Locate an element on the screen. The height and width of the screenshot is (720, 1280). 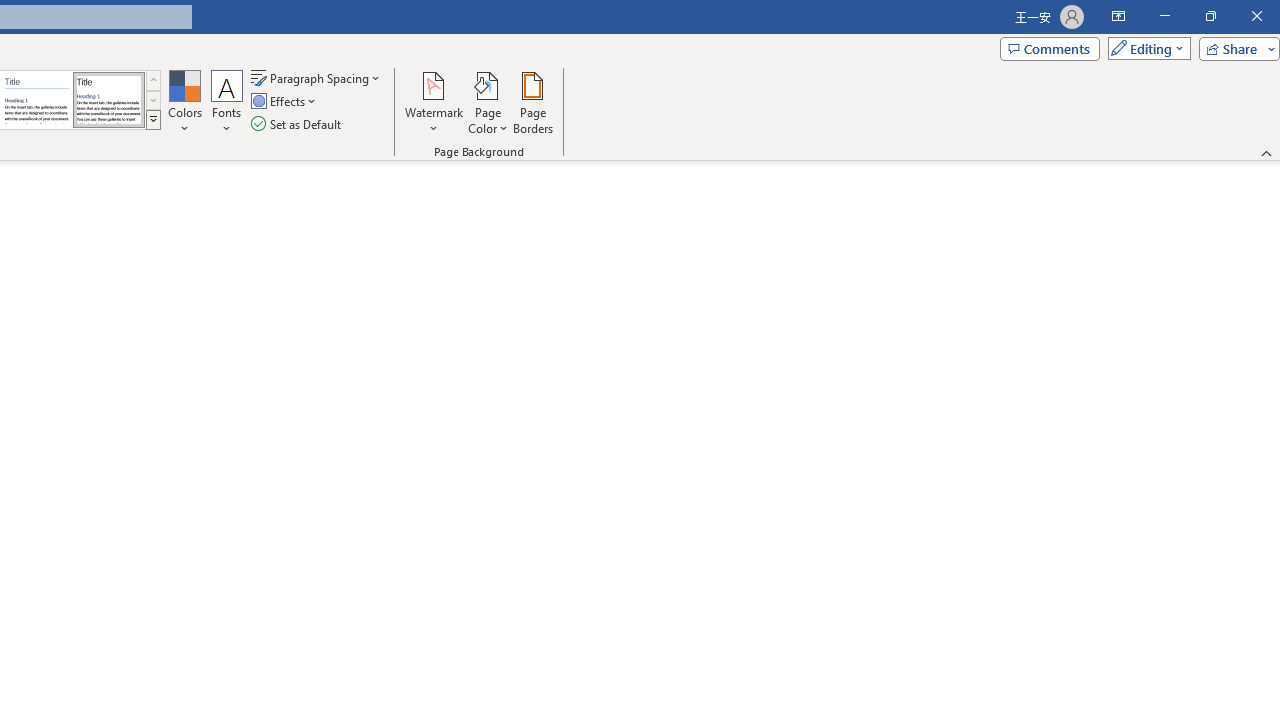
'Page Color' is located at coordinates (488, 103).